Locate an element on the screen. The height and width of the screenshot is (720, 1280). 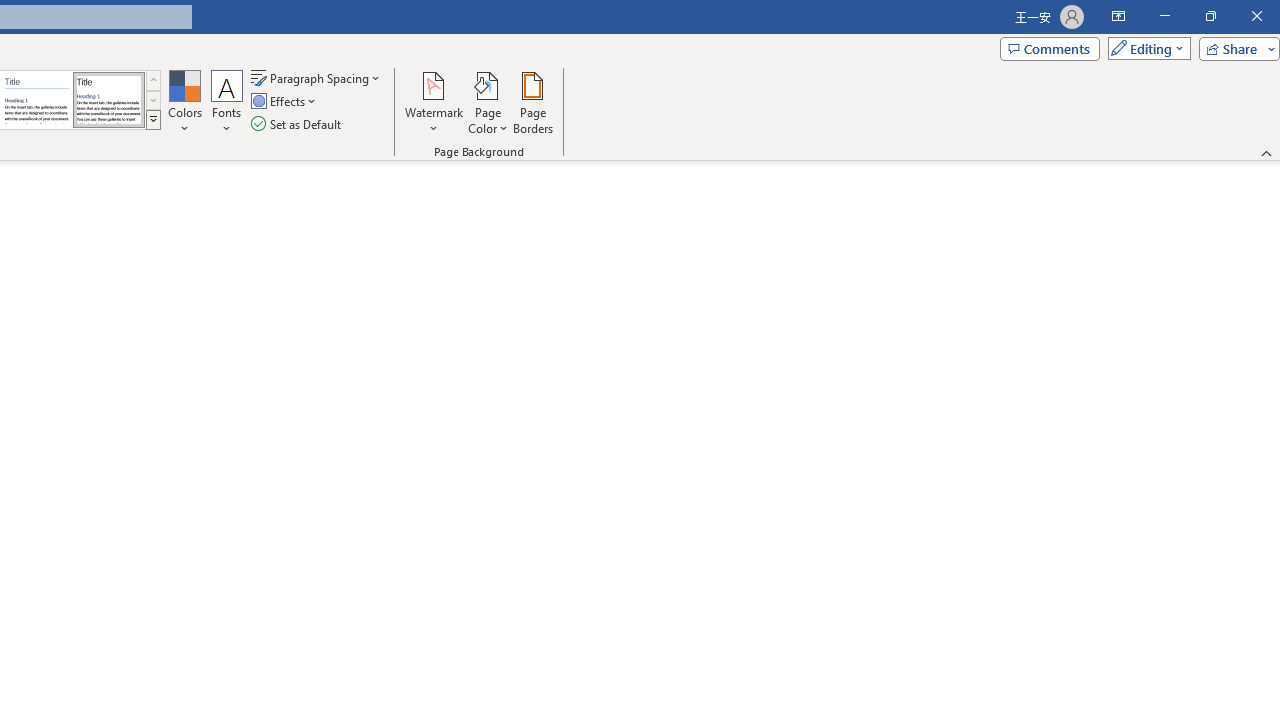
'Page Color' is located at coordinates (488, 103).